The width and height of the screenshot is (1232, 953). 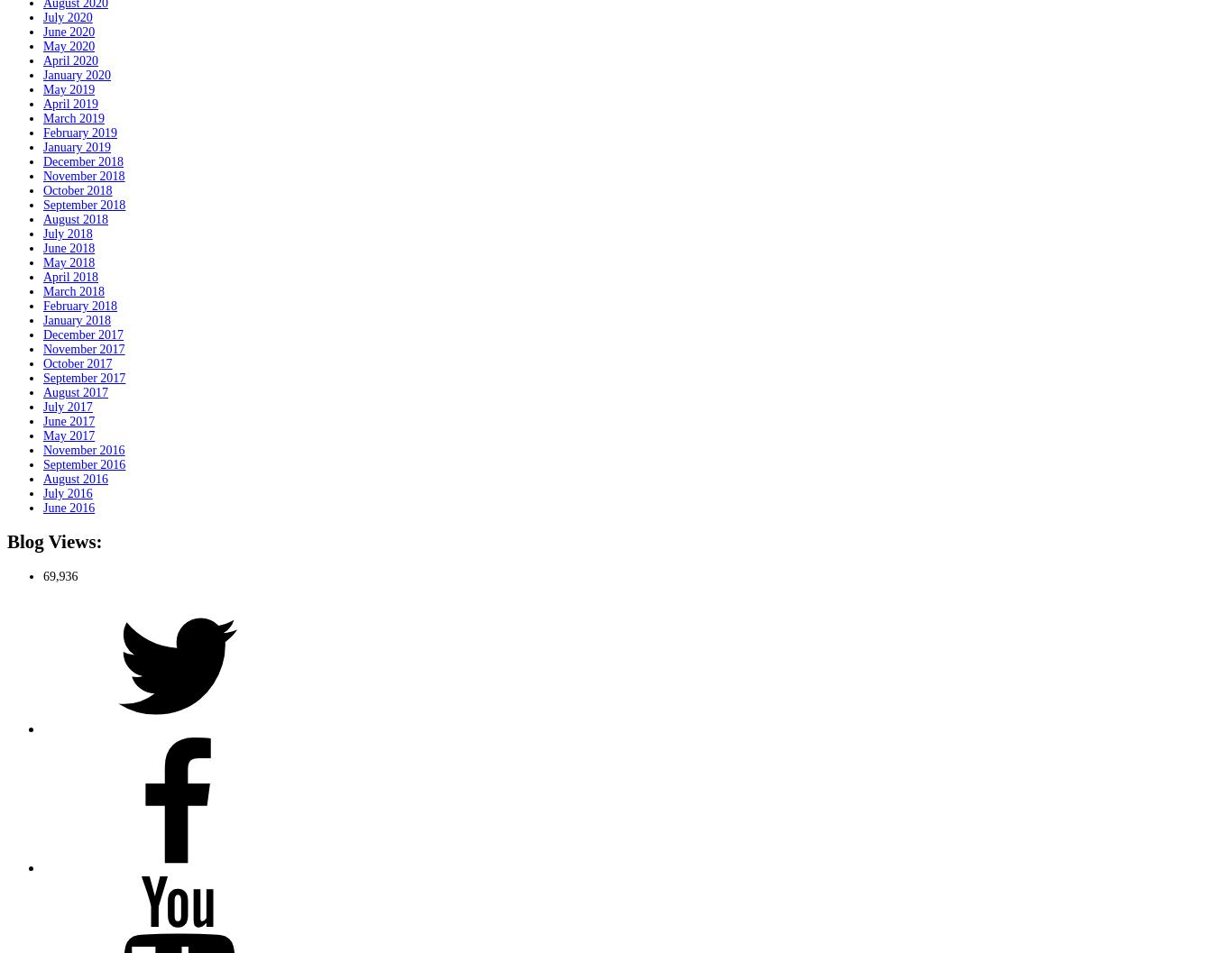 I want to click on 'December 2017', so click(x=83, y=334).